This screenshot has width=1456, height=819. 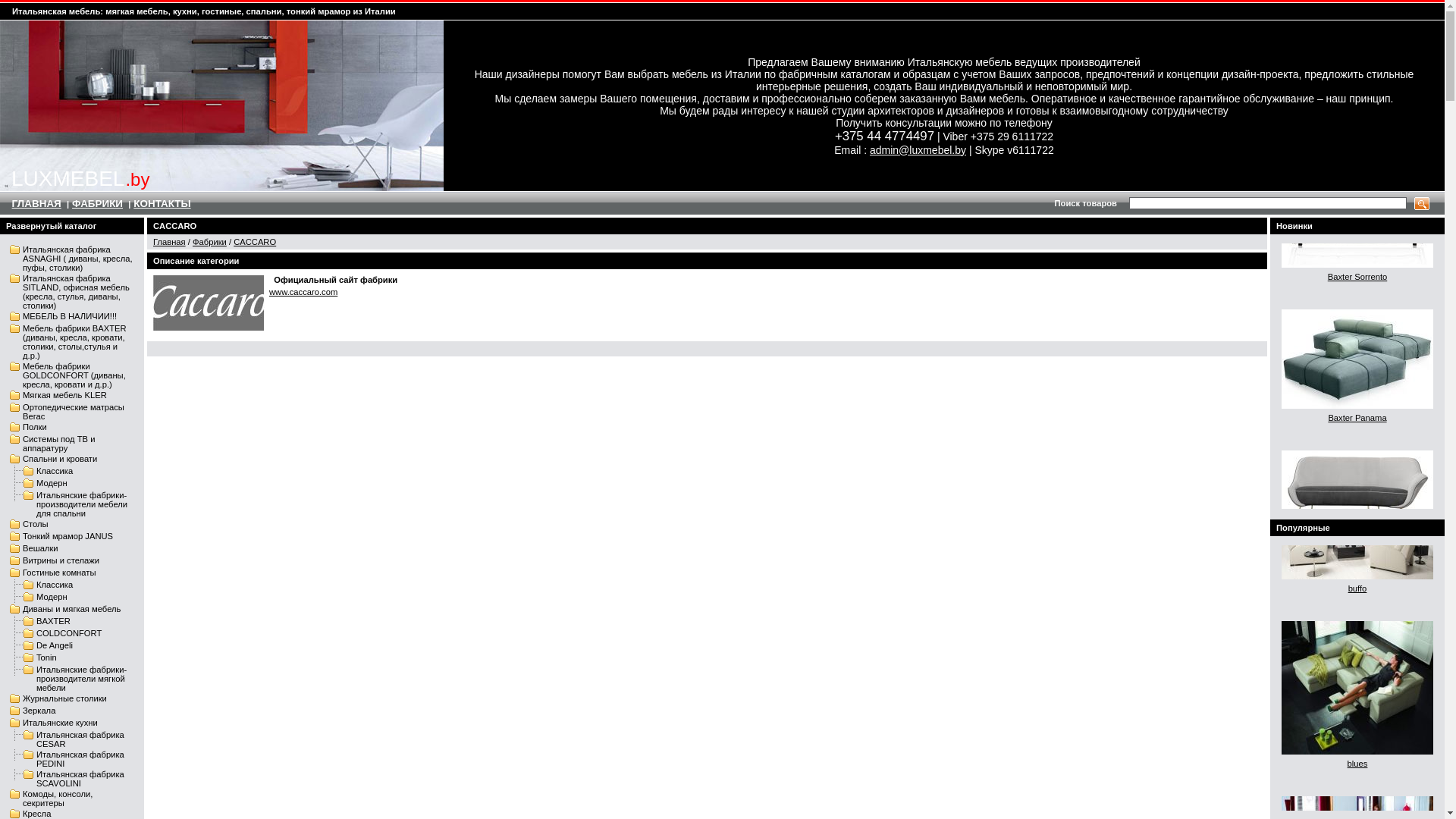 I want to click on 'COLDCONFORT', so click(x=68, y=632).